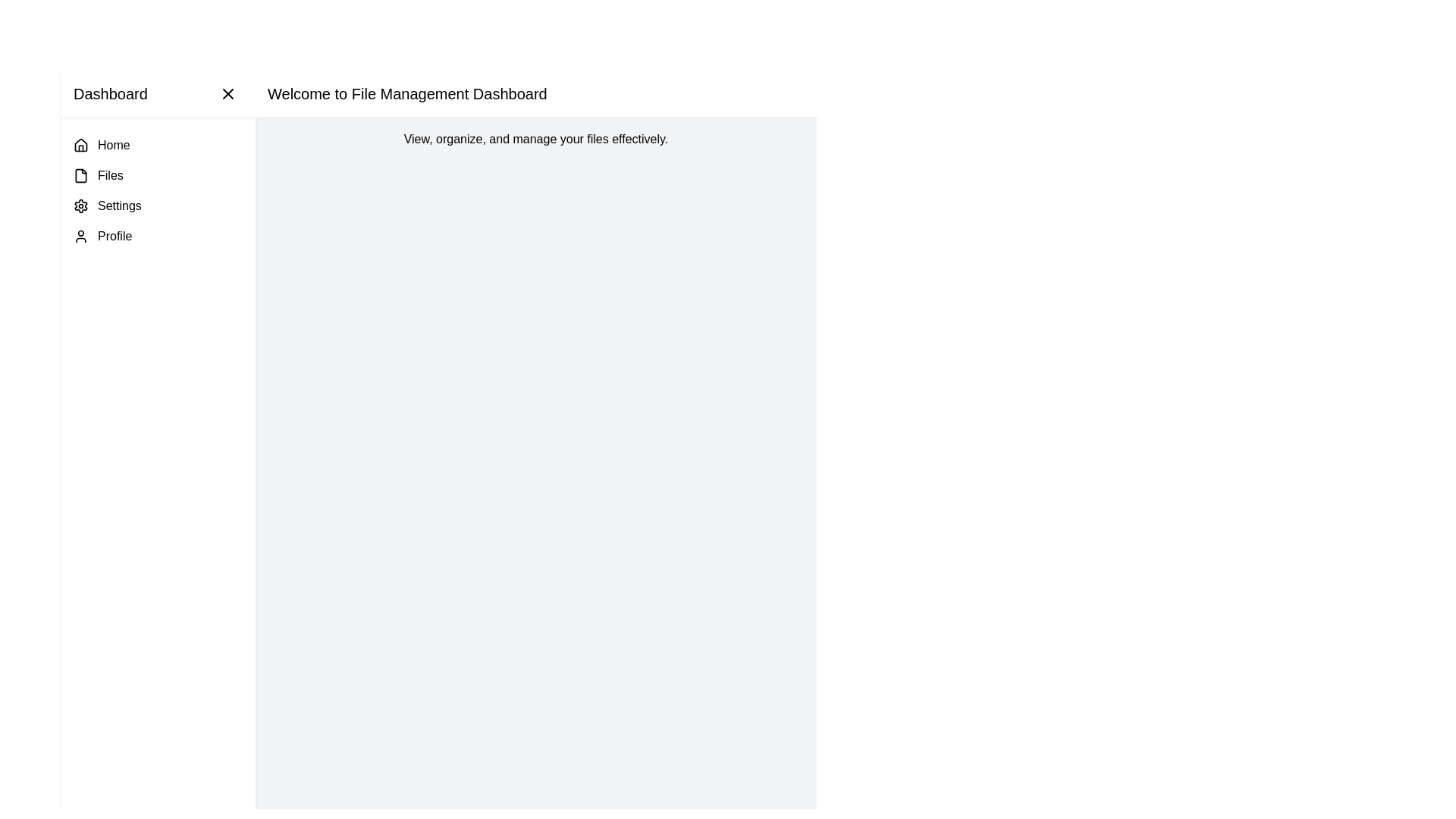  I want to click on the 'Home' hyperlink in the left sidebar, so click(158, 146).